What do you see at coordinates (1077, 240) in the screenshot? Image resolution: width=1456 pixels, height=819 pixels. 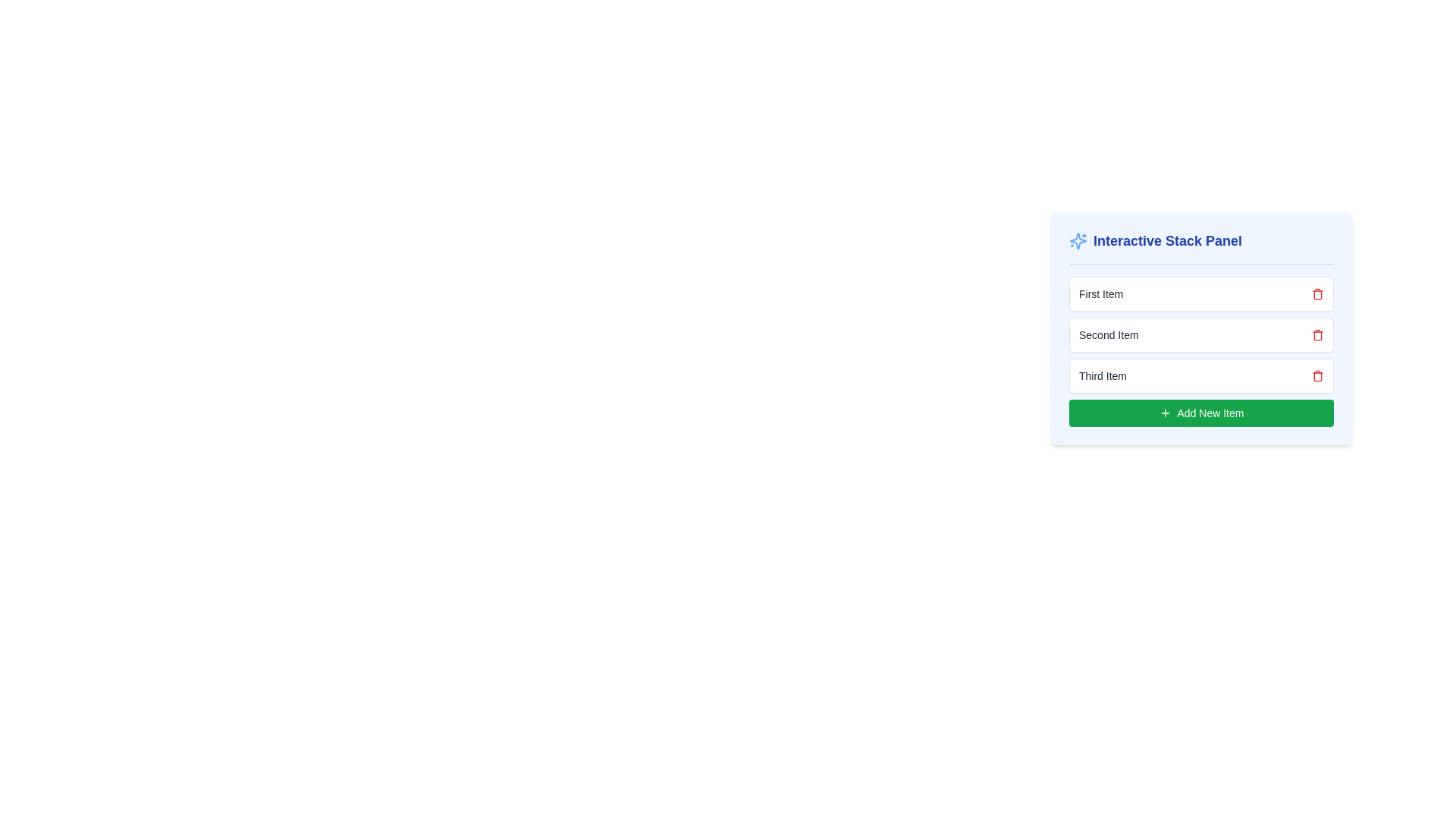 I see `the star-shaped icon with a sparkly design, located to the left of the text 'Interactive Stack Panel'` at bounding box center [1077, 240].